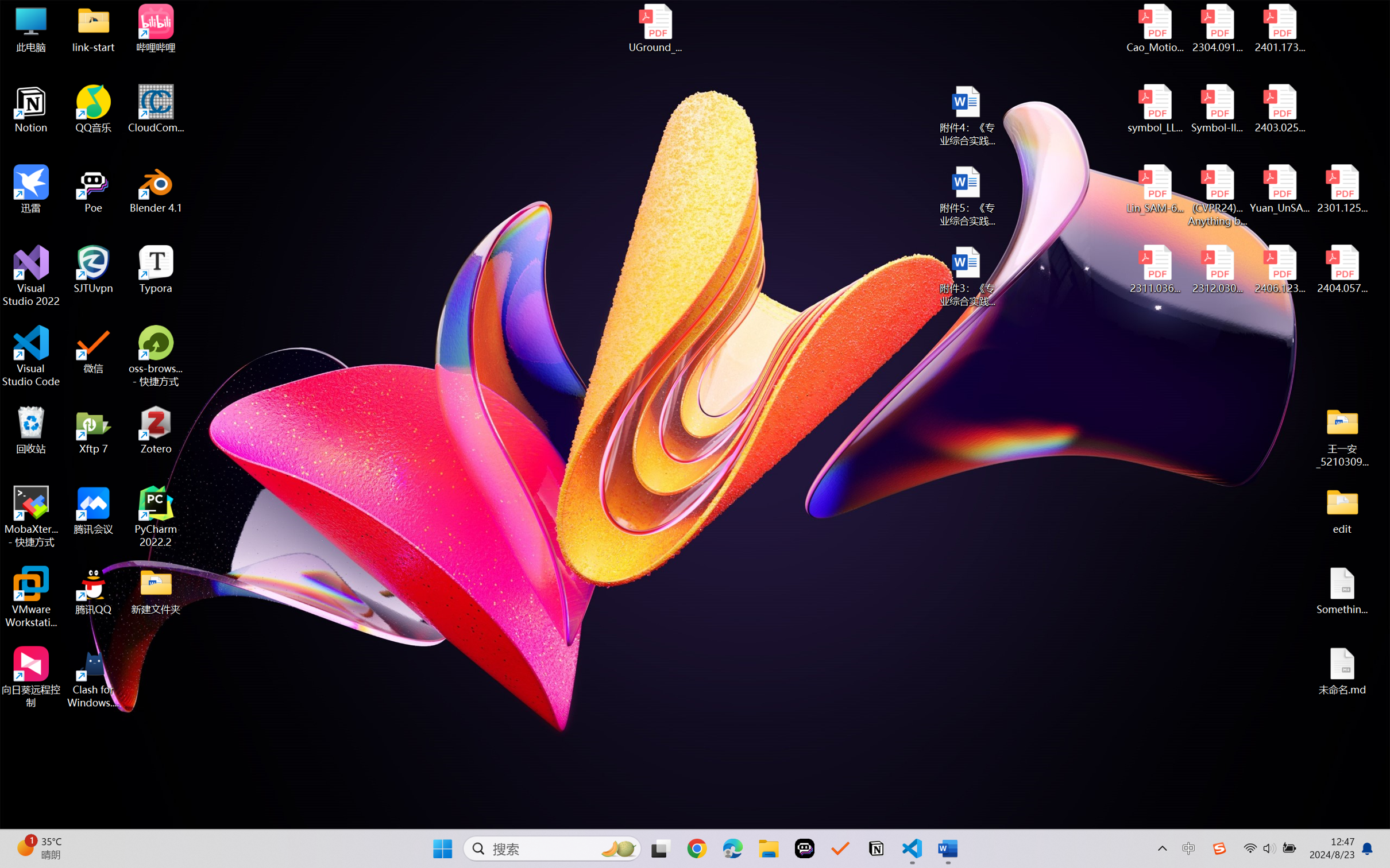  What do you see at coordinates (156, 109) in the screenshot?
I see `'CloudCompare'` at bounding box center [156, 109].